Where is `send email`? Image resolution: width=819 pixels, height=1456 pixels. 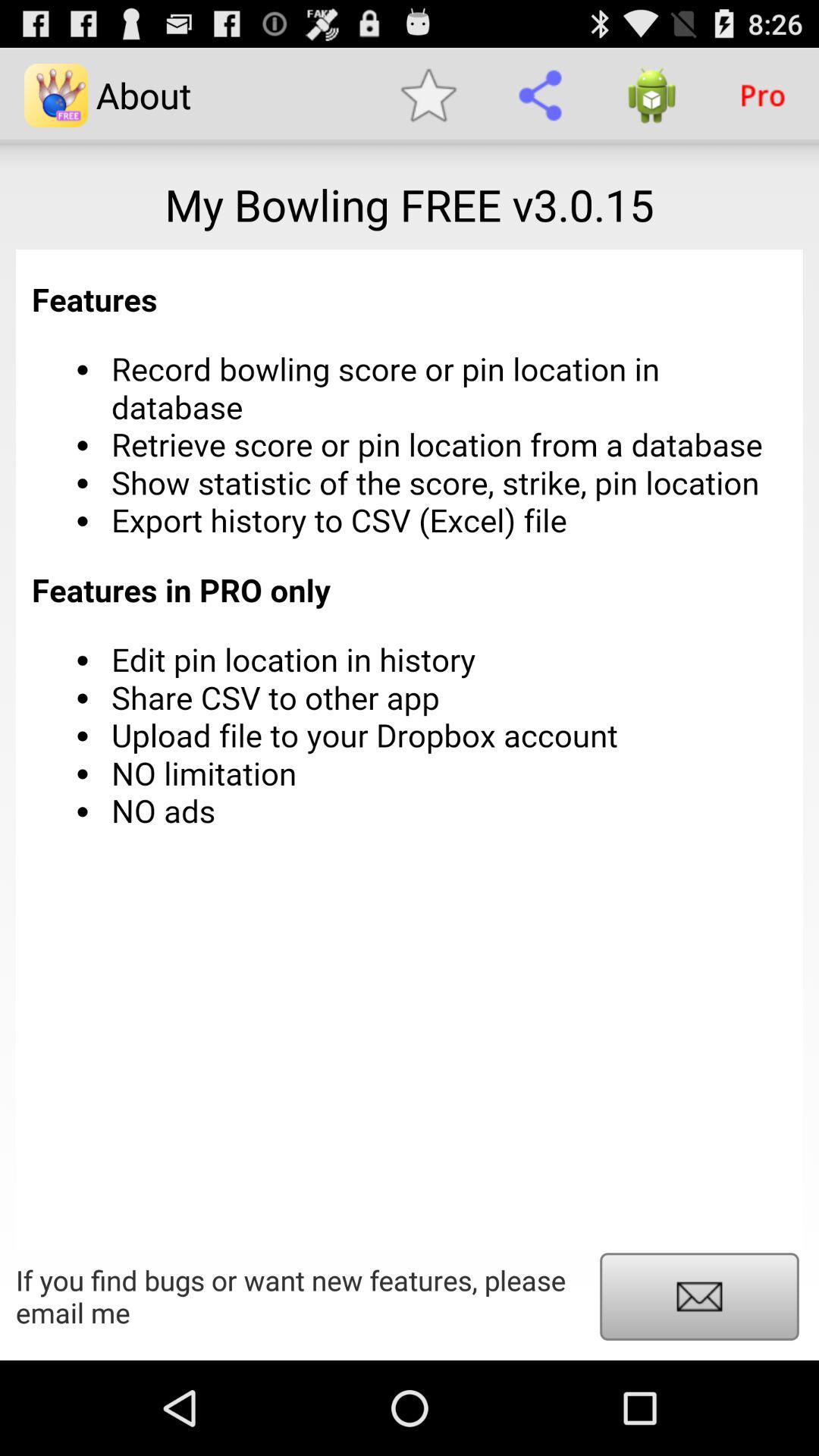
send email is located at coordinates (699, 1295).